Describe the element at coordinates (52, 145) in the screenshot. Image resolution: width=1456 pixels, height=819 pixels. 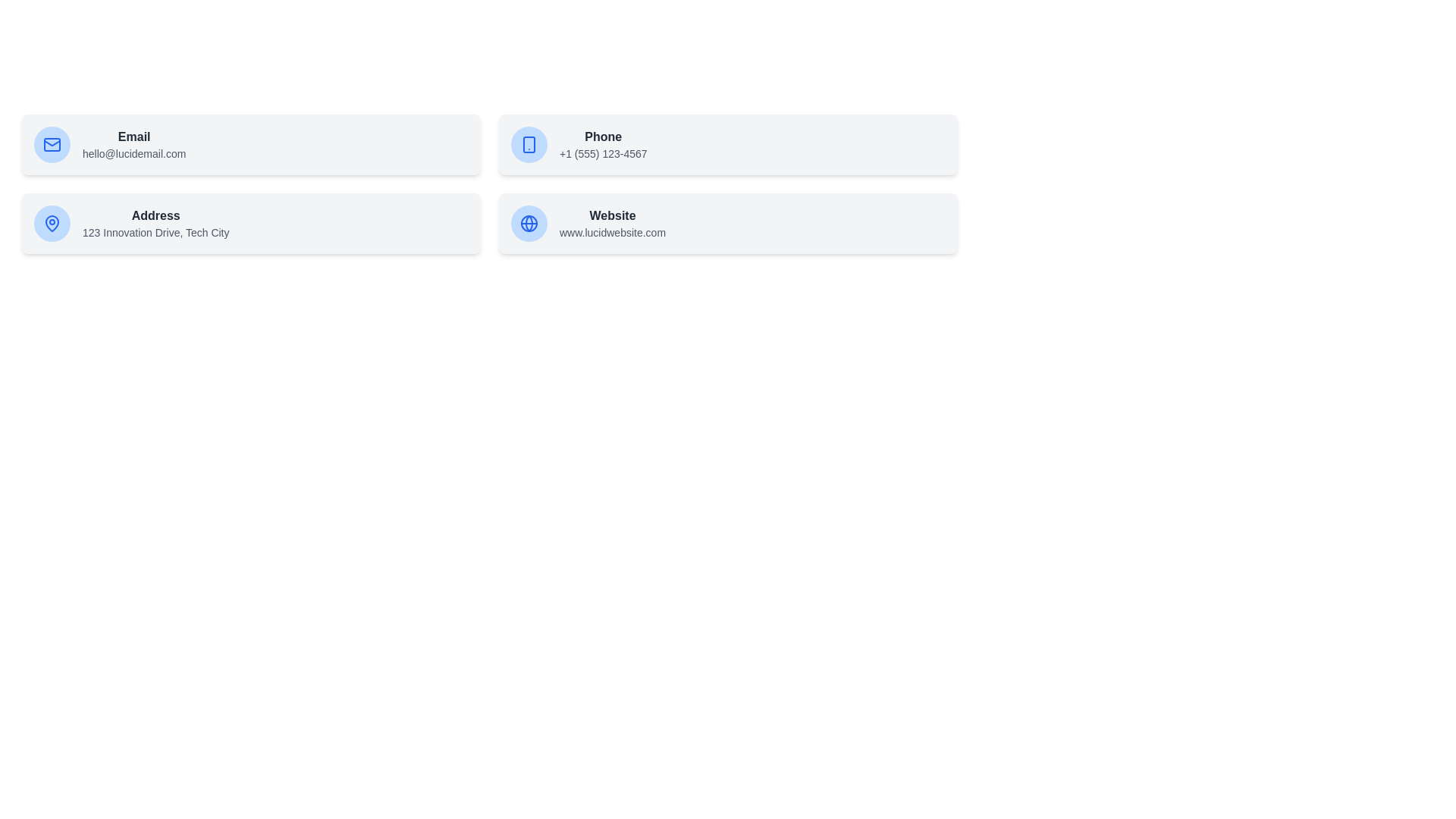
I see `the circular button-like icon with a light blue background and a mail symbol, positioned within the contact information card labeled 'Email'` at that location.